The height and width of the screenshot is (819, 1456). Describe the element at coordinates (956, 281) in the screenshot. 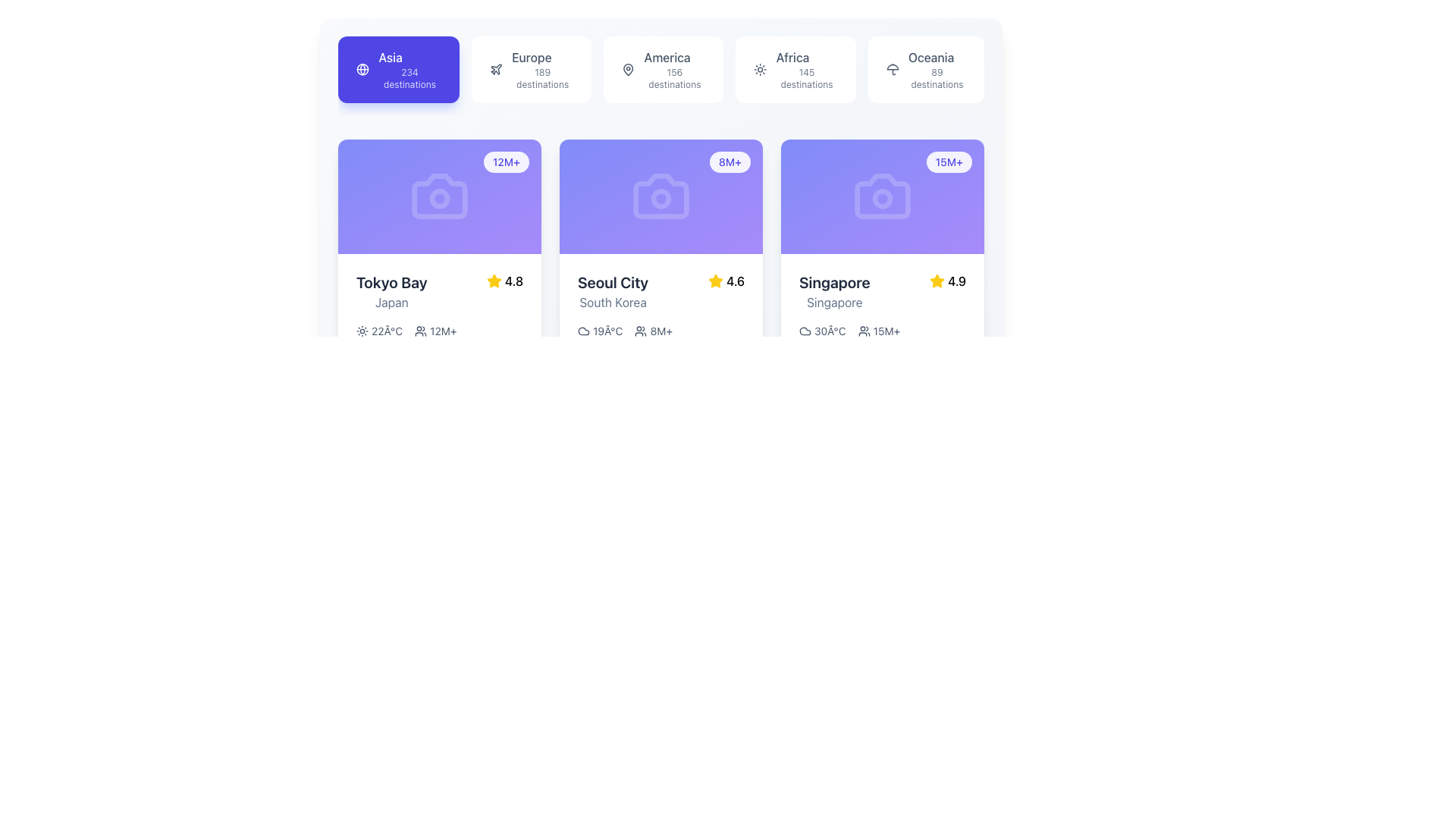

I see `the text label displaying the rating value '4.9' located within the 'Singapore' card adjacent to the yellow star icon` at that location.